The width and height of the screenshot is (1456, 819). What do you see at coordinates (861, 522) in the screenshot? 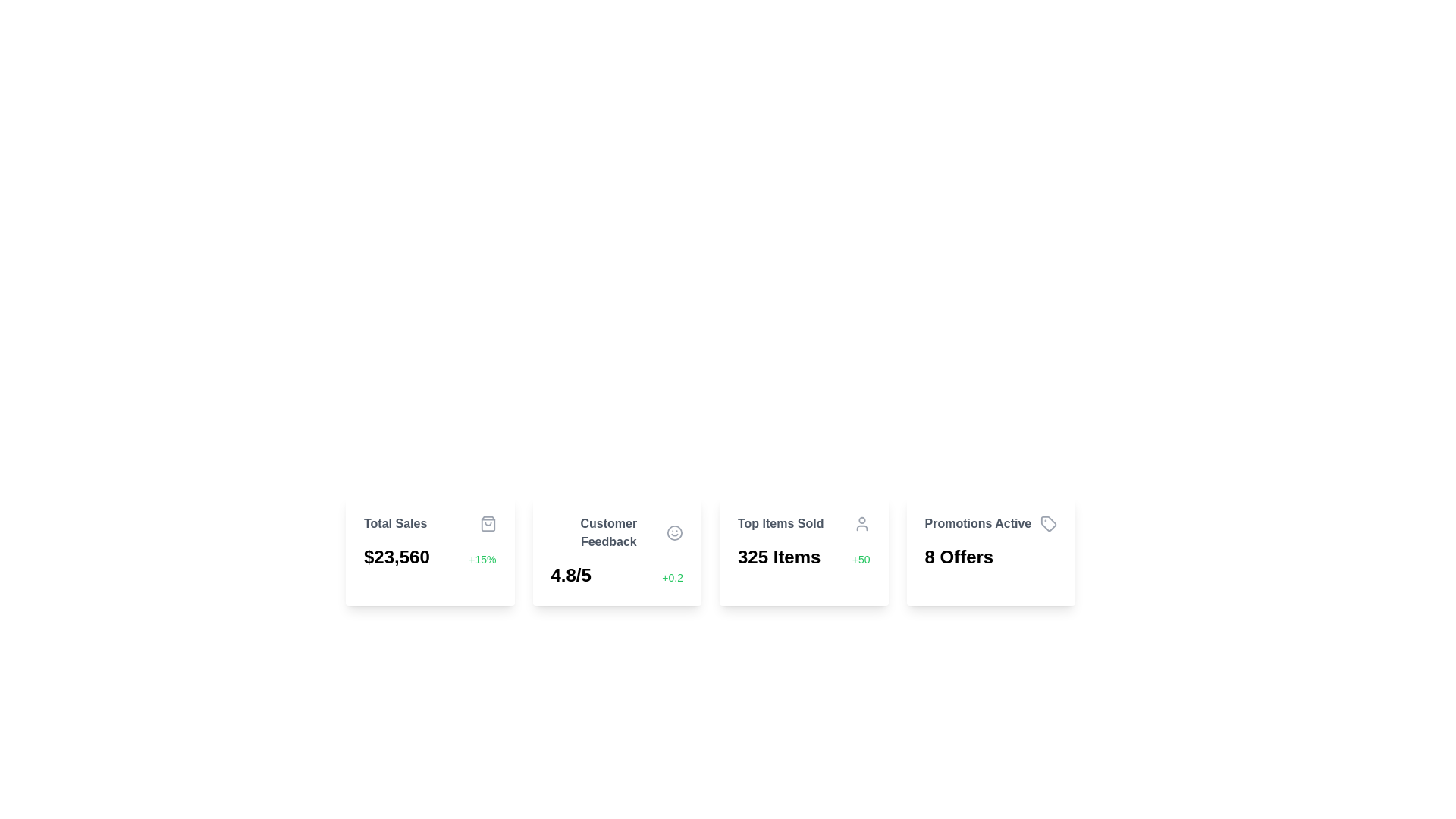
I see `the non-interactive icon located in the top-right corner of the 'Top Items Sold' section, which signifies user-related information` at bounding box center [861, 522].